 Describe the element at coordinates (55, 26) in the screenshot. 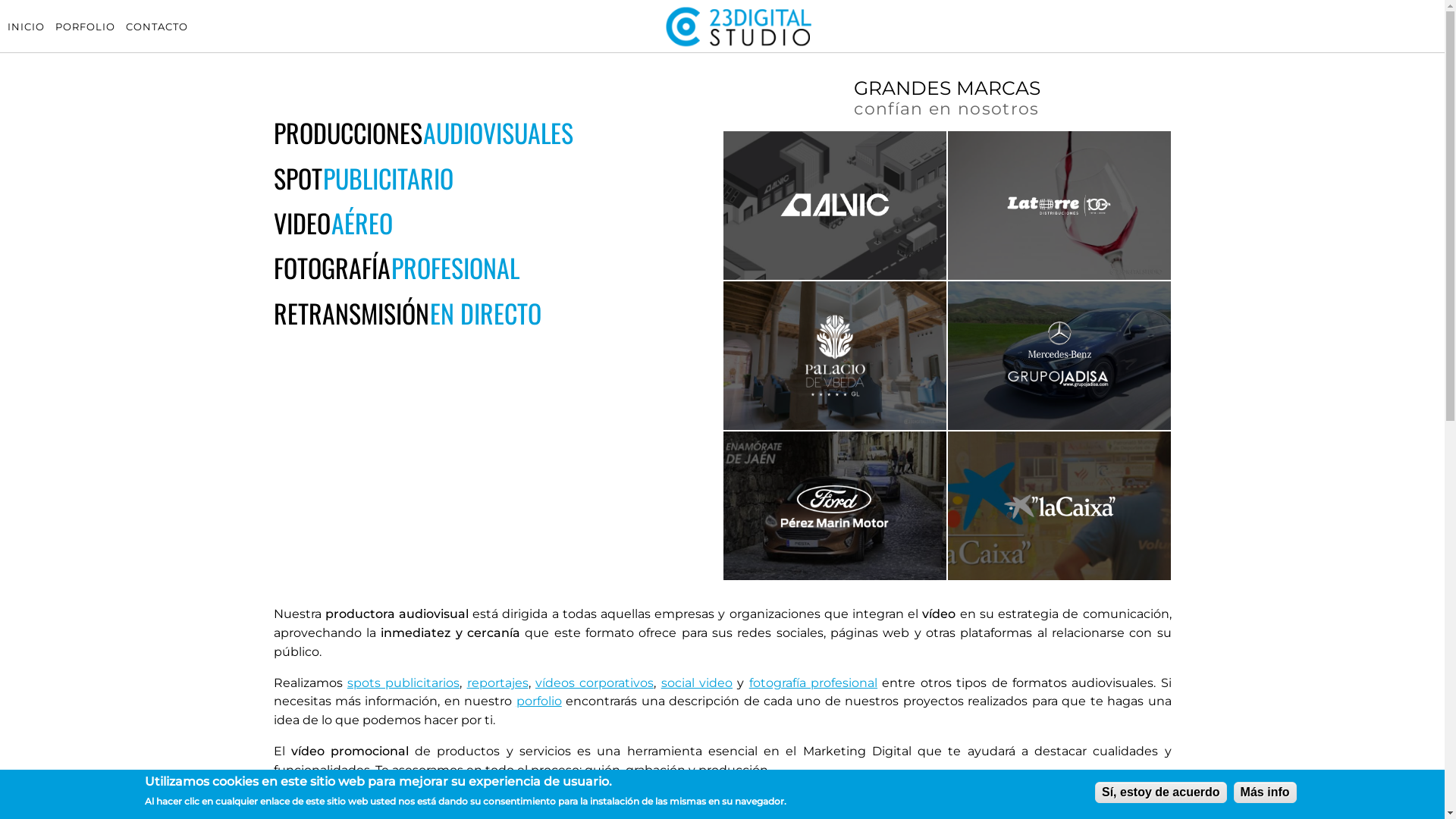

I see `'PORFOLIO'` at that location.